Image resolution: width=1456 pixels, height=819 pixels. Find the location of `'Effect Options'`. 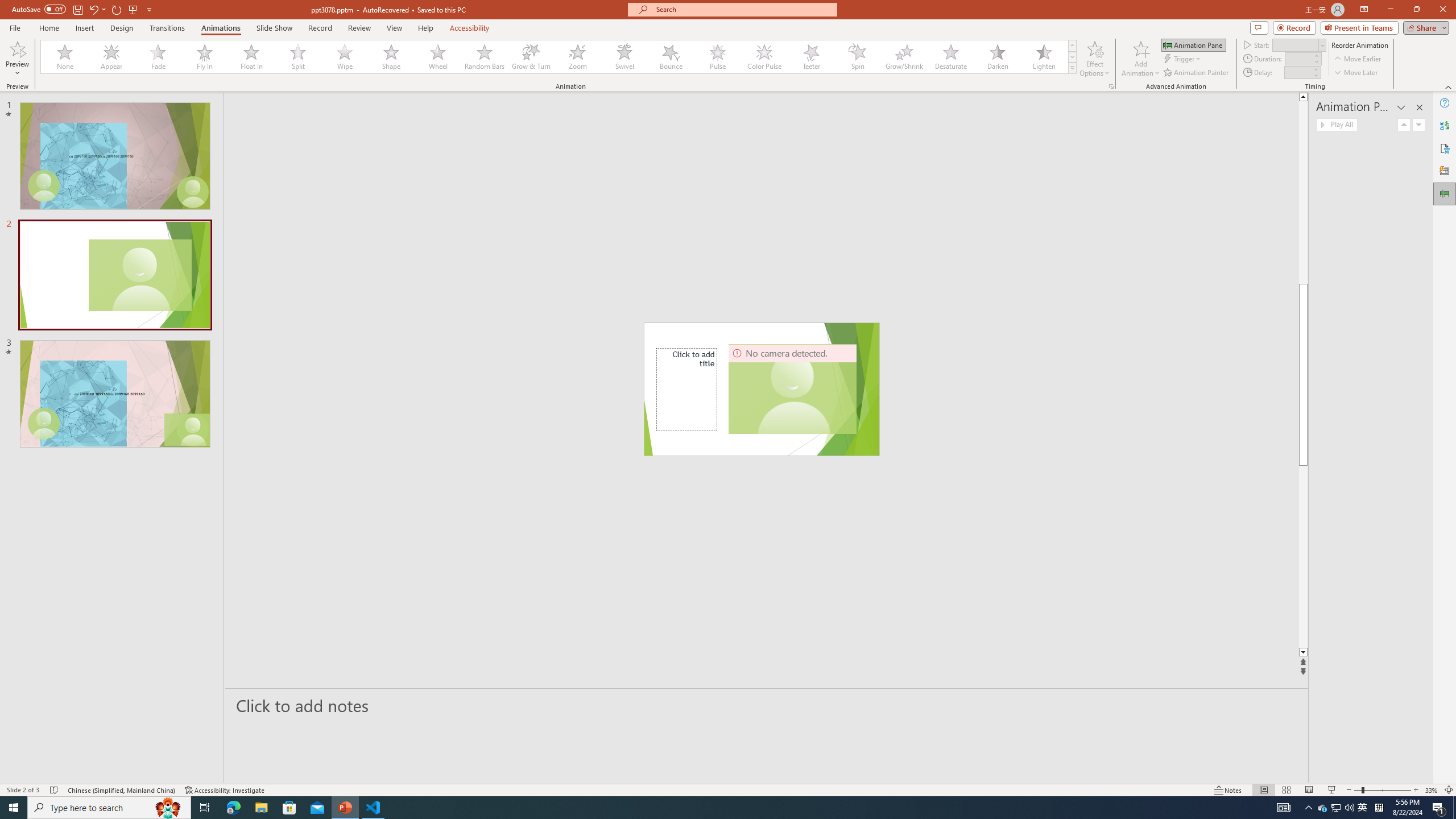

'Effect Options' is located at coordinates (1094, 59).